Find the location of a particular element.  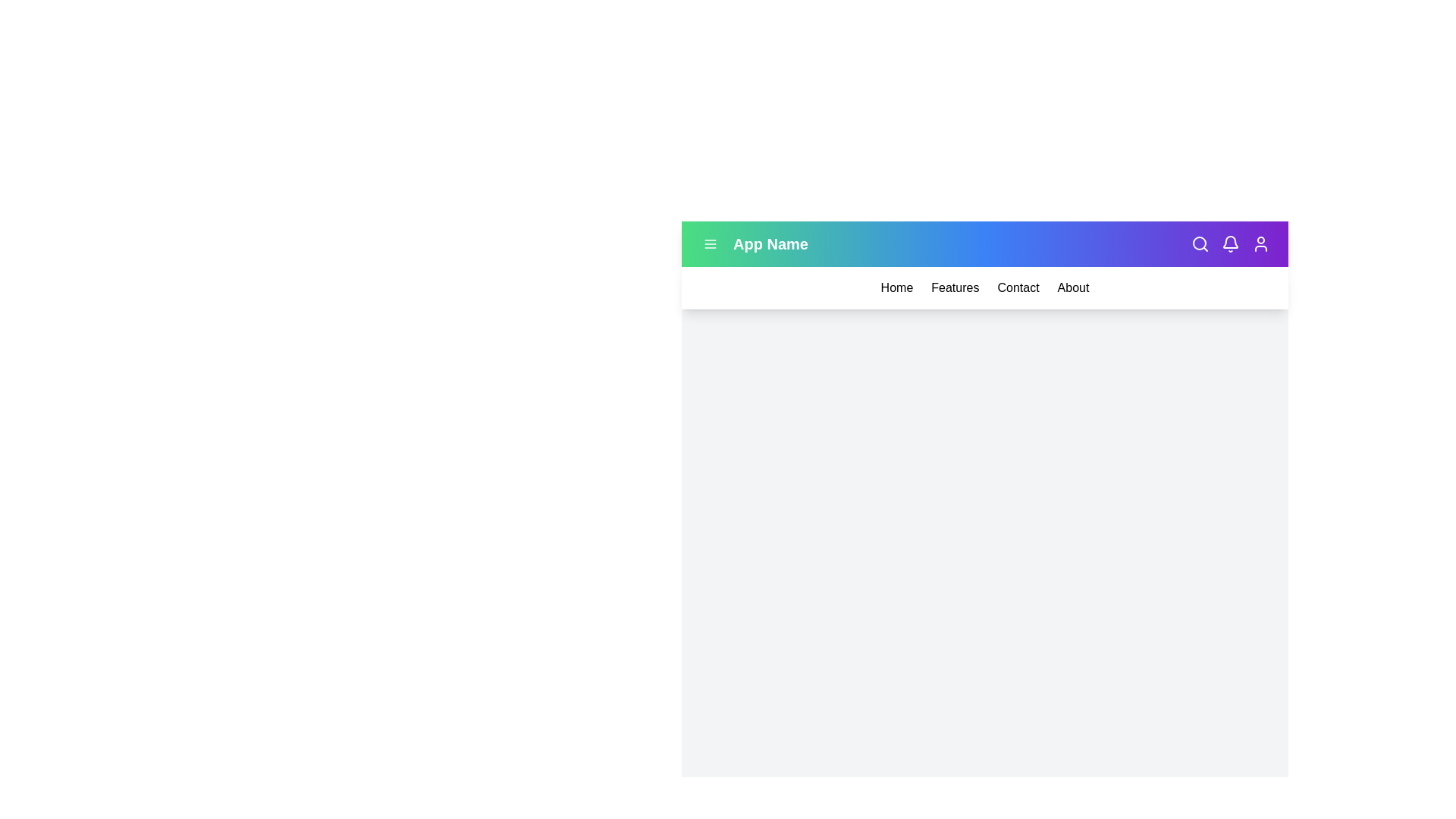

the 'Home' button in the navigation bar is located at coordinates (896, 288).